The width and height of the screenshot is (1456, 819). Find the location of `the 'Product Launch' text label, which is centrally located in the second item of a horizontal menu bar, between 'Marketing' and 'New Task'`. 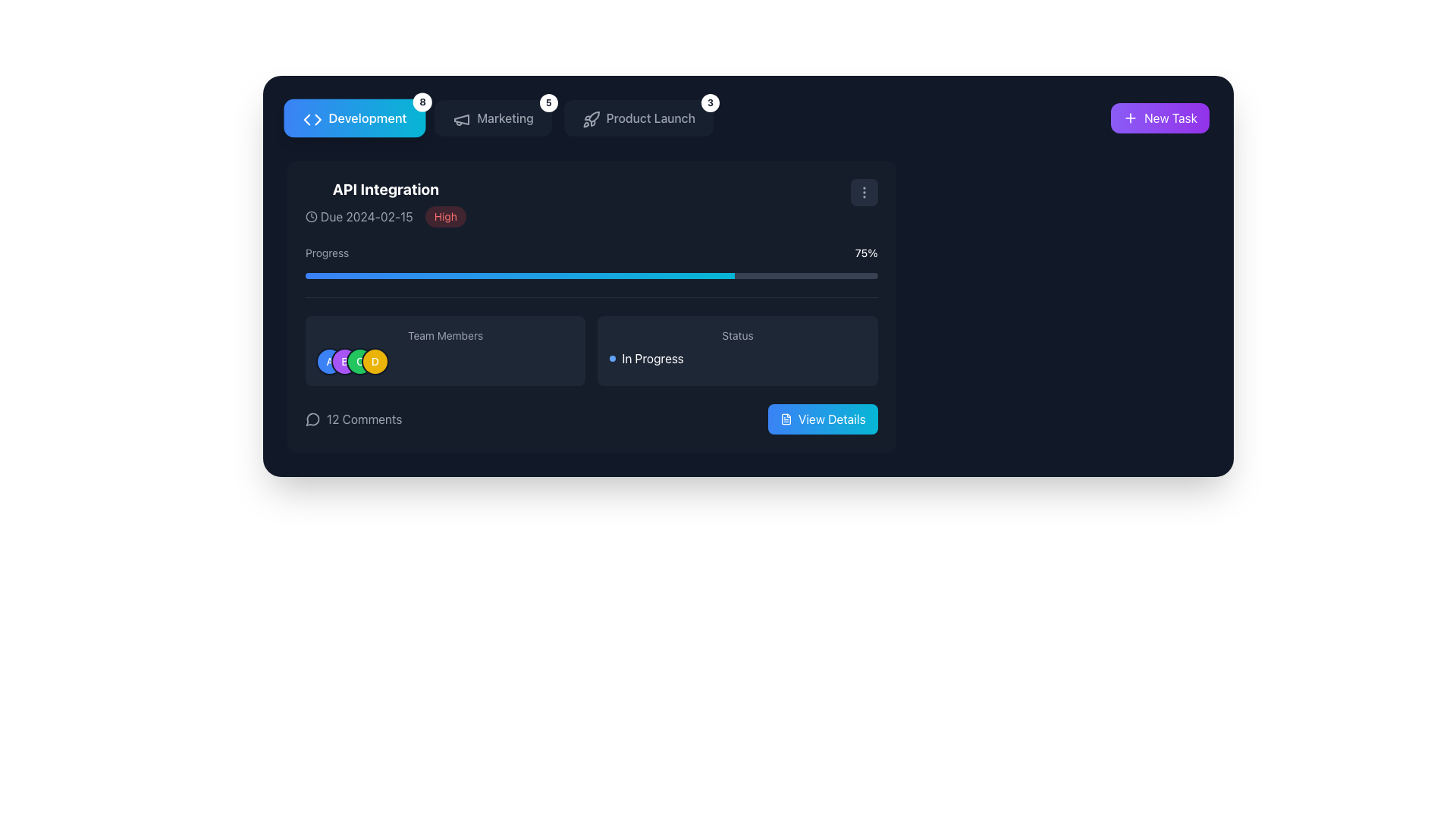

the 'Product Launch' text label, which is centrally located in the second item of a horizontal menu bar, between 'Marketing' and 'New Task' is located at coordinates (651, 117).